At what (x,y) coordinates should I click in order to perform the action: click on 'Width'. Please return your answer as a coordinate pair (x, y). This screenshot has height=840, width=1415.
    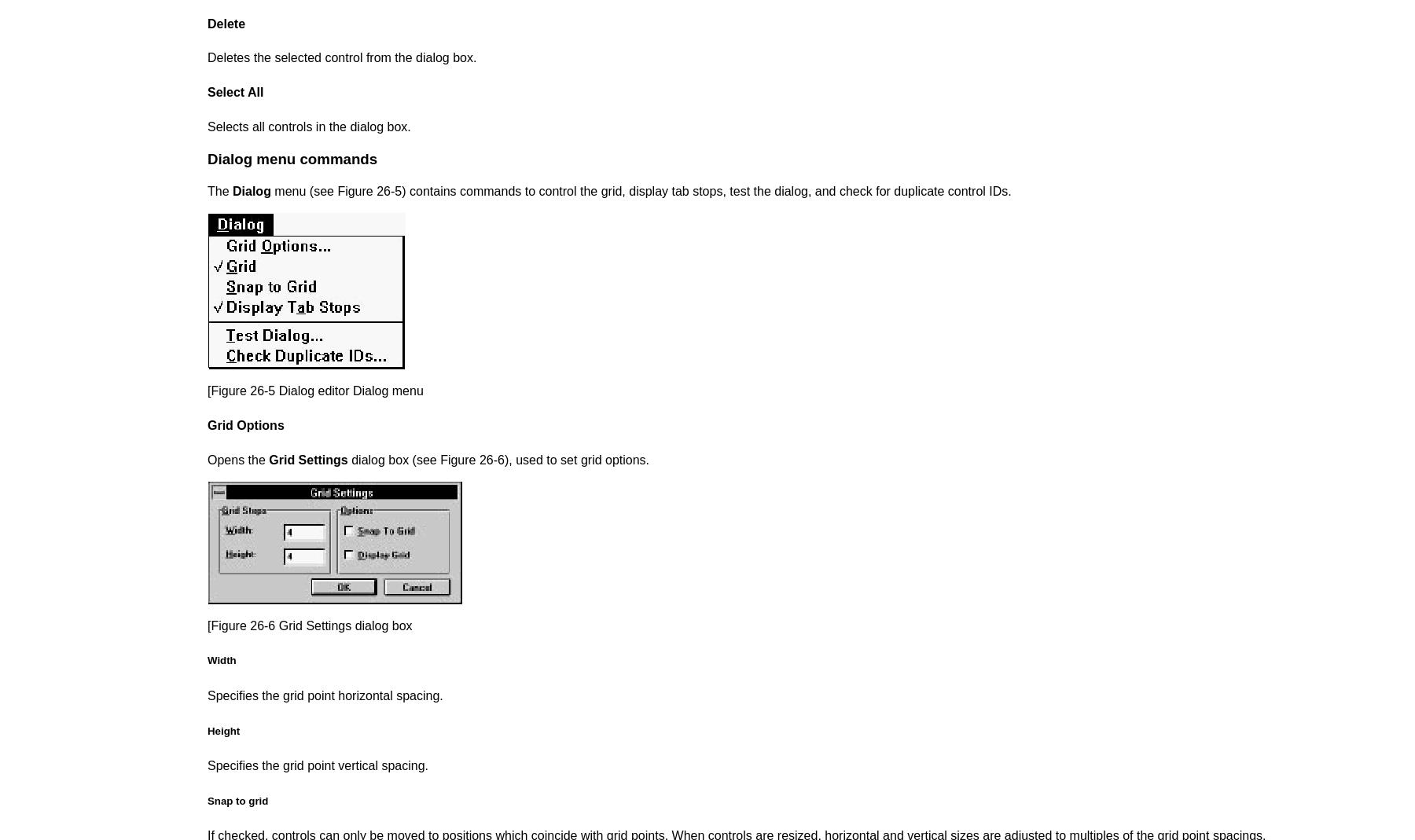
    Looking at the image, I should click on (221, 660).